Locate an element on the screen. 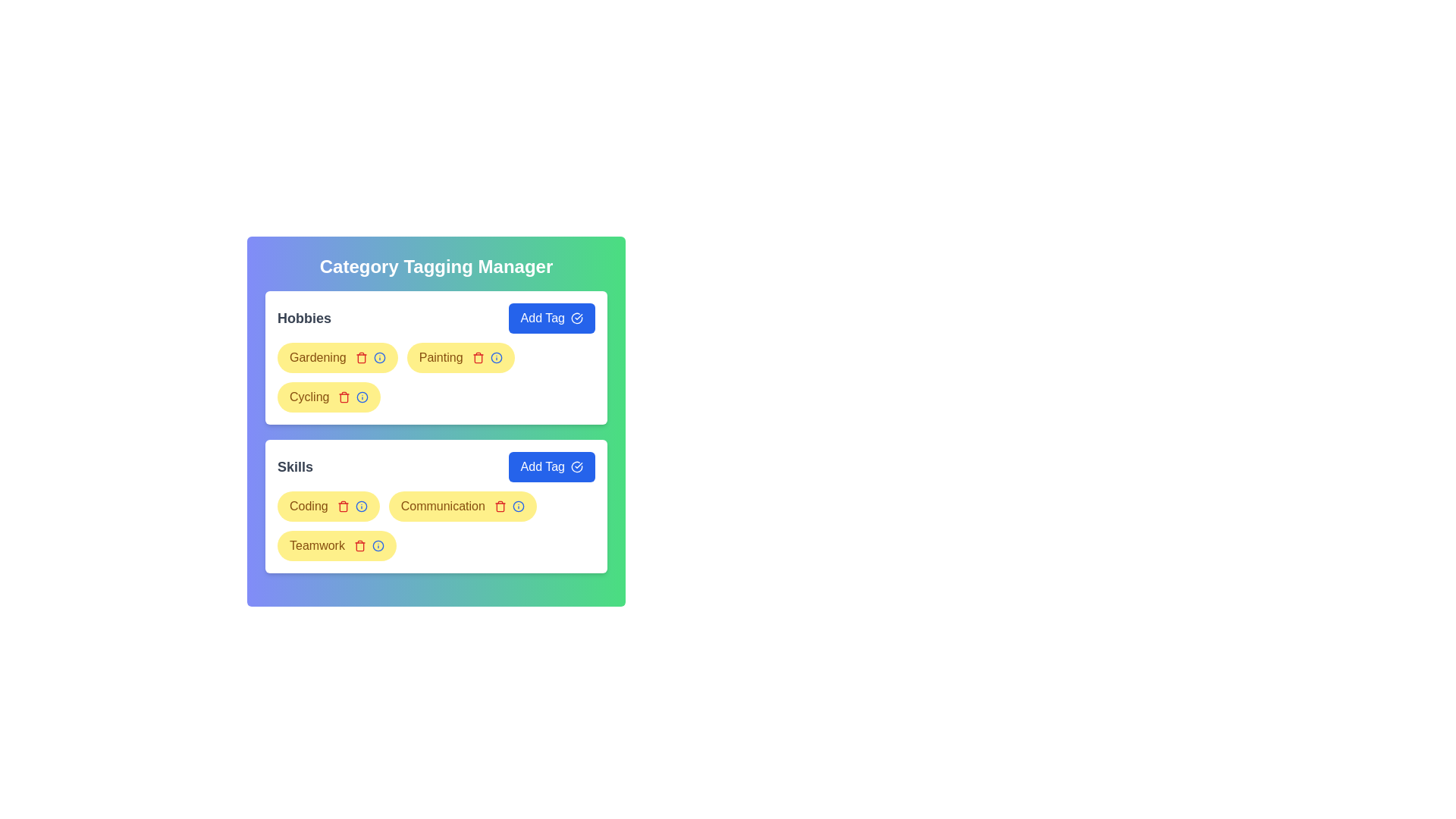  the delete button with a yellow background and rounded edges located to the right of the 'Gardening' text in the 'Hobbies' category is located at coordinates (360, 357).